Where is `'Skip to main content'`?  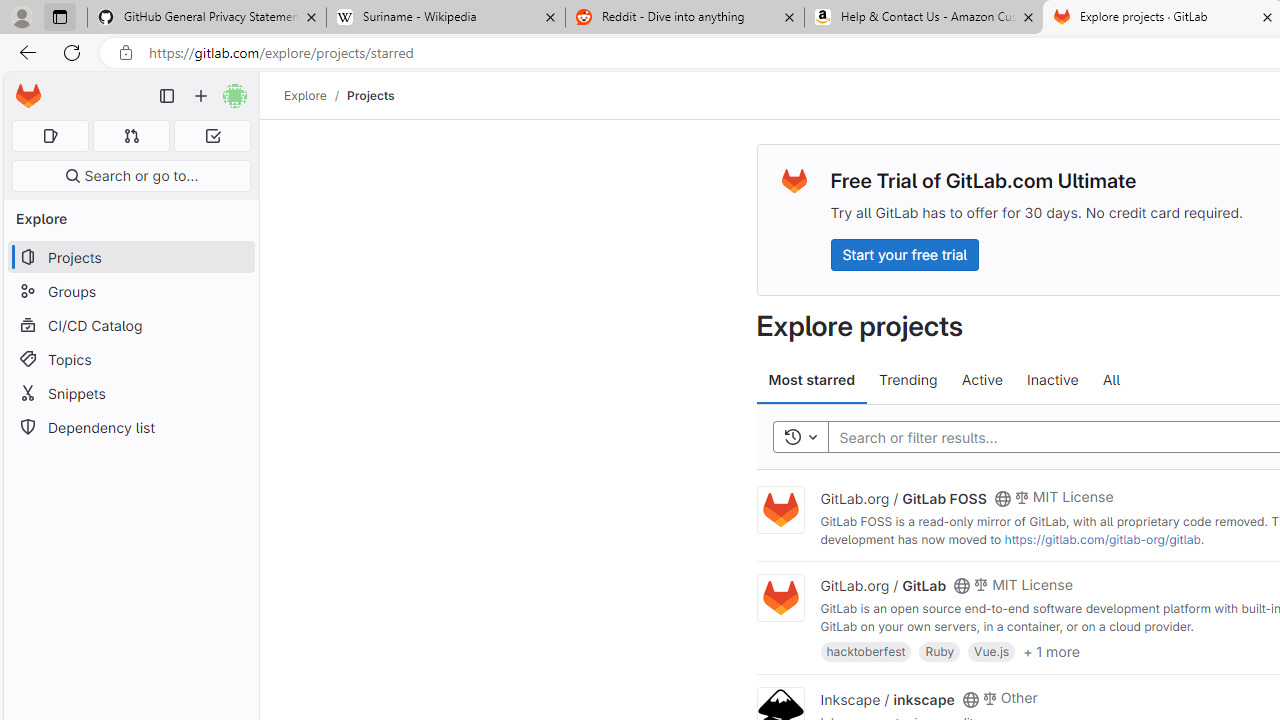
'Skip to main content' is located at coordinates (23, 86).